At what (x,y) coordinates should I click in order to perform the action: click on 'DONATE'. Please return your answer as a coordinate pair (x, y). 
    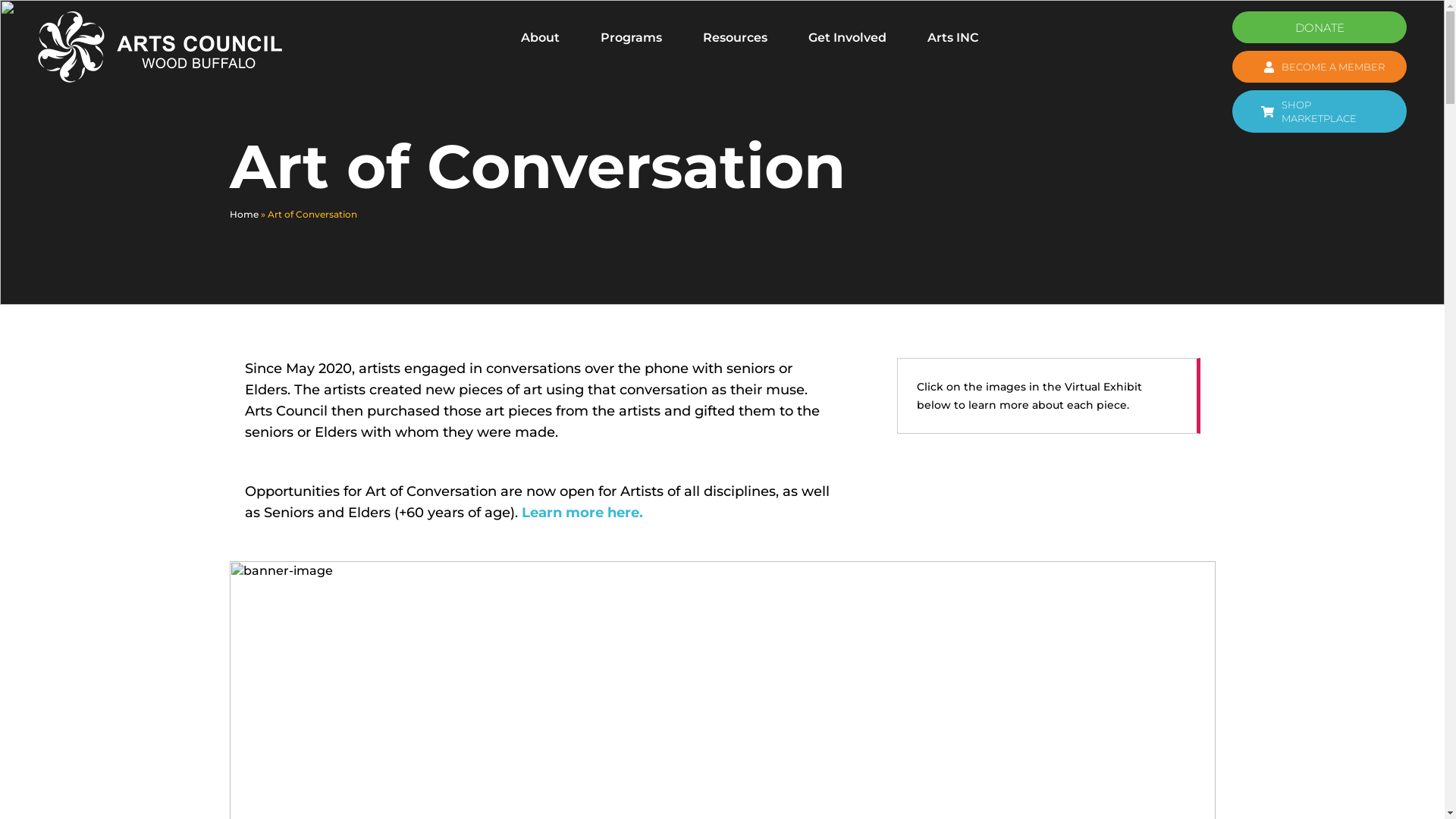
    Looking at the image, I should click on (1318, 27).